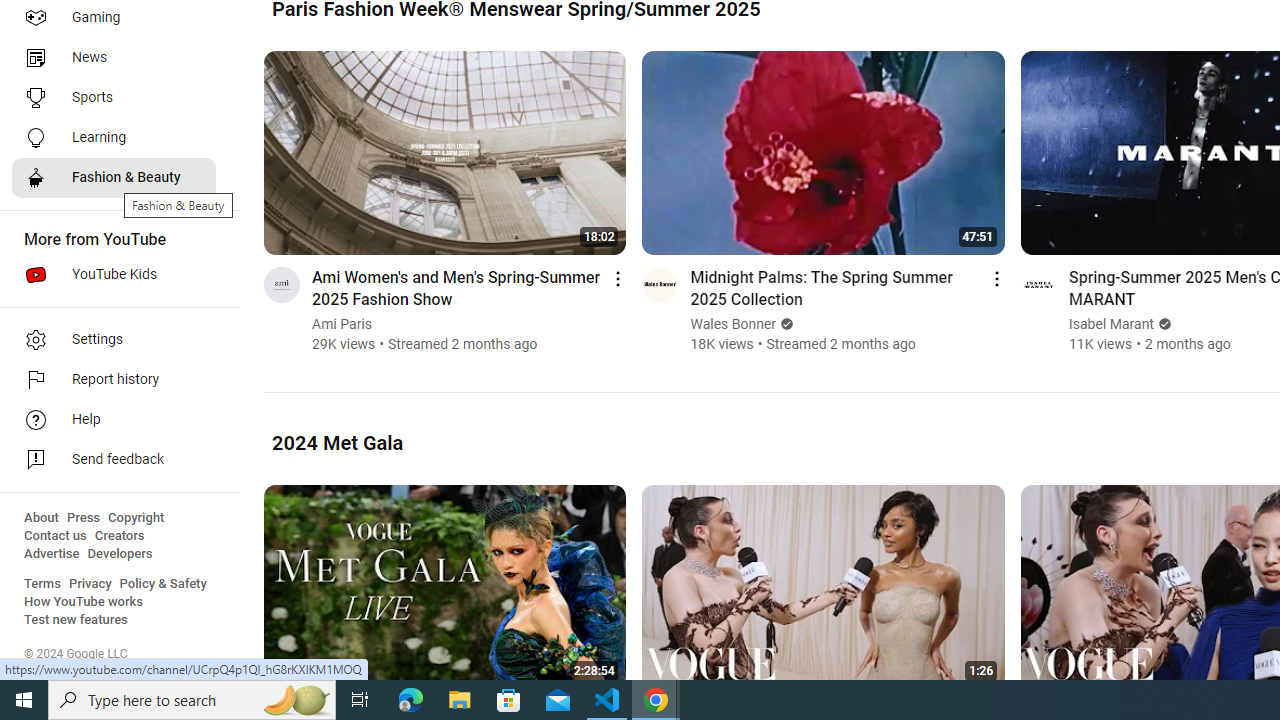  What do you see at coordinates (76, 619) in the screenshot?
I see `'Test new features'` at bounding box center [76, 619].